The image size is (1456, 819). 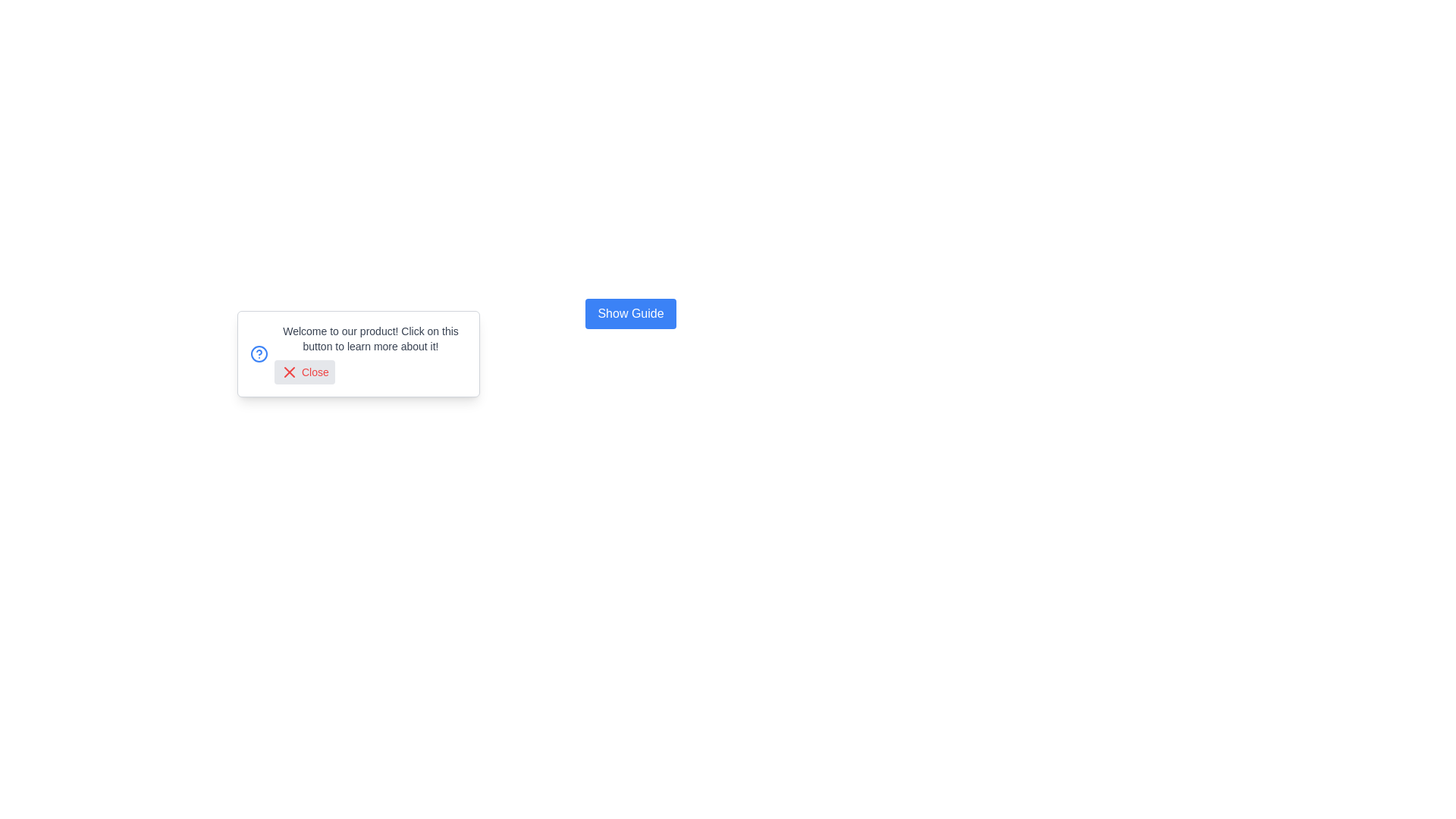 I want to click on the 'Close' button with a red 'X' icon to observe its style change, which includes a background color change to red and text color change to white, so click(x=303, y=372).